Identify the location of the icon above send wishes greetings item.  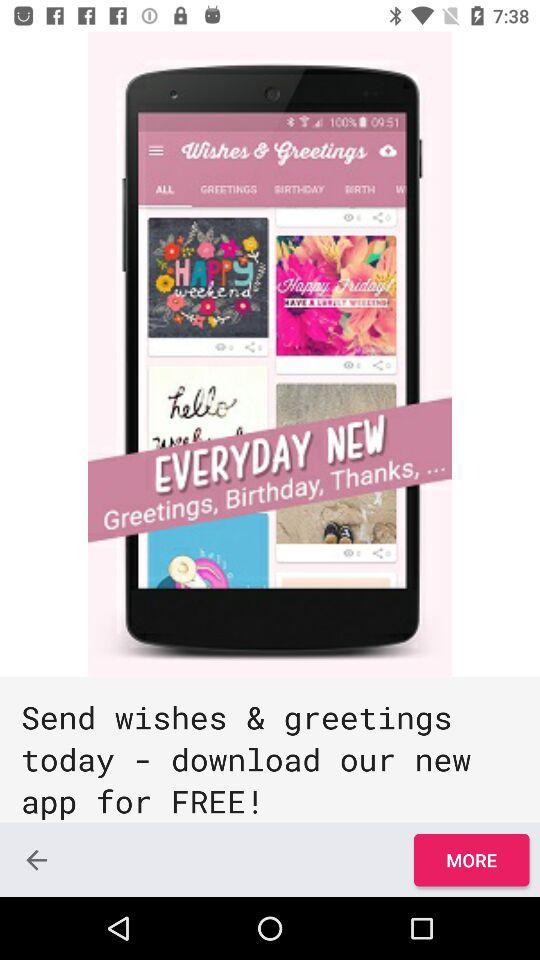
(270, 353).